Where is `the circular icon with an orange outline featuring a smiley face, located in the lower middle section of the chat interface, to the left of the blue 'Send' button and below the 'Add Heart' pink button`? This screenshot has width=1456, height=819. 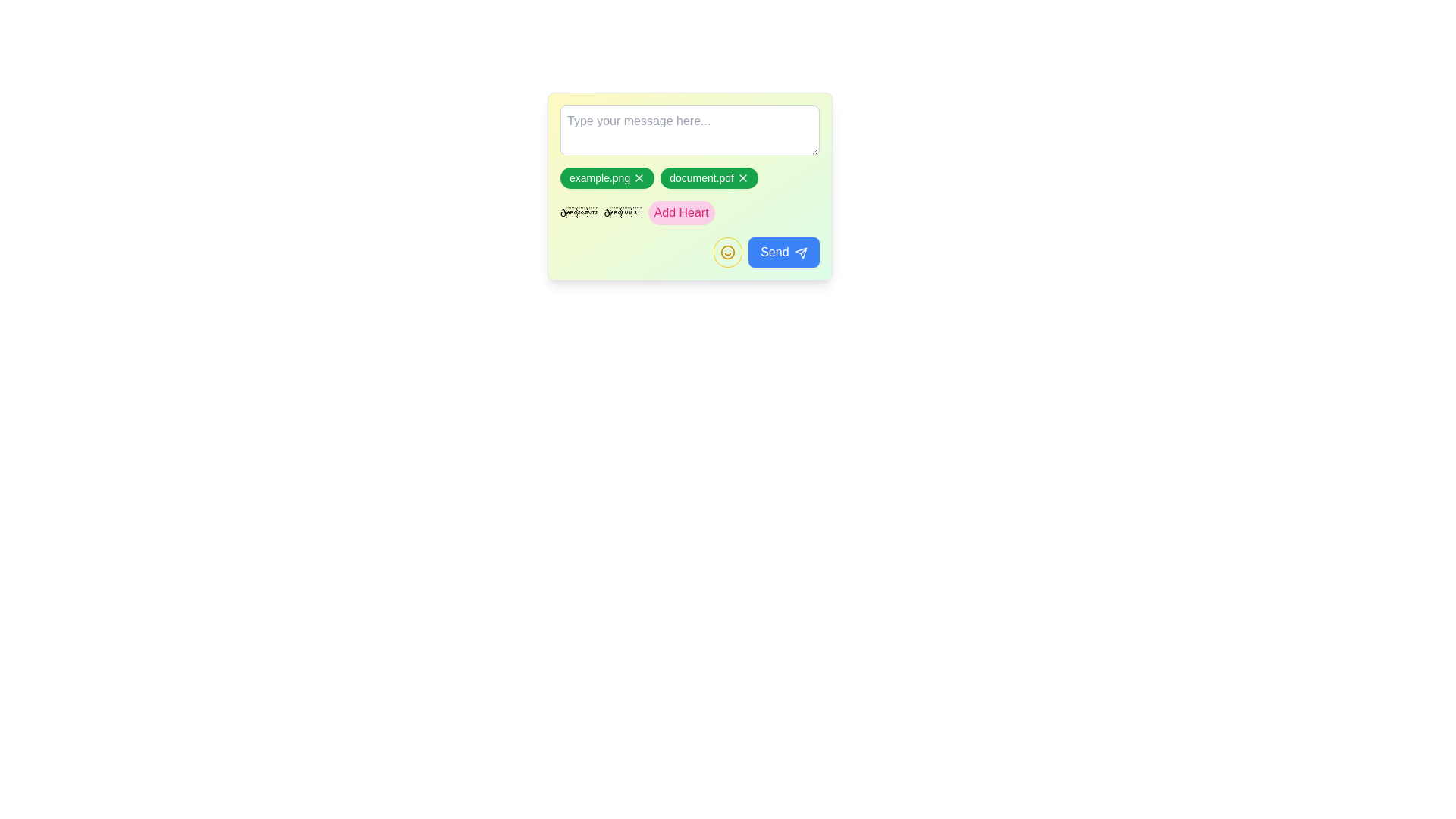 the circular icon with an orange outline featuring a smiley face, located in the lower middle section of the chat interface, to the left of the blue 'Send' button and below the 'Add Heart' pink button is located at coordinates (728, 251).